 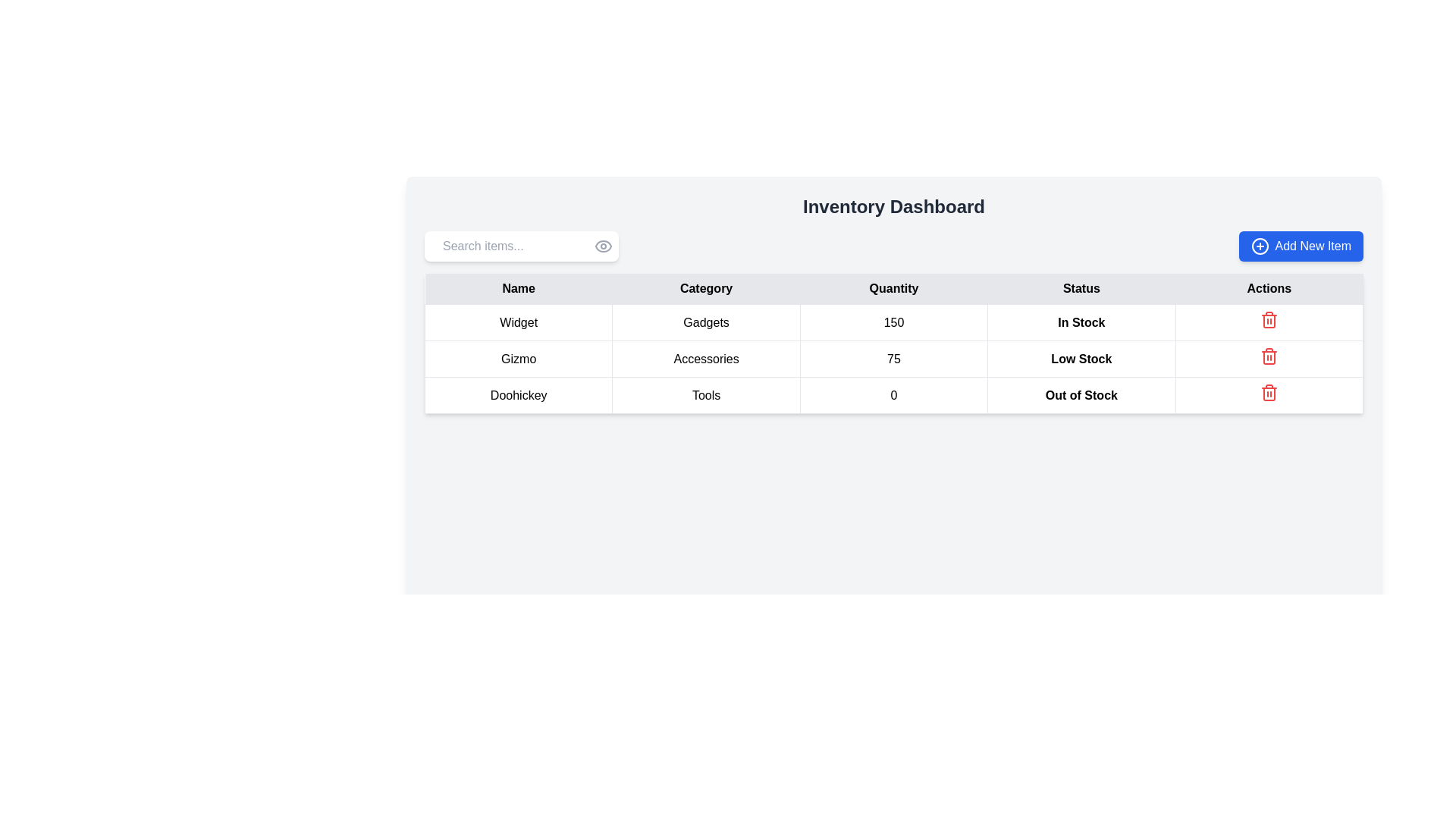 I want to click on the Text Label representing the product category for the 'Gizmo' item in the inventory table, located in the second row, second column, between the 'Gizmo' label and the numeric value '75', so click(x=705, y=359).